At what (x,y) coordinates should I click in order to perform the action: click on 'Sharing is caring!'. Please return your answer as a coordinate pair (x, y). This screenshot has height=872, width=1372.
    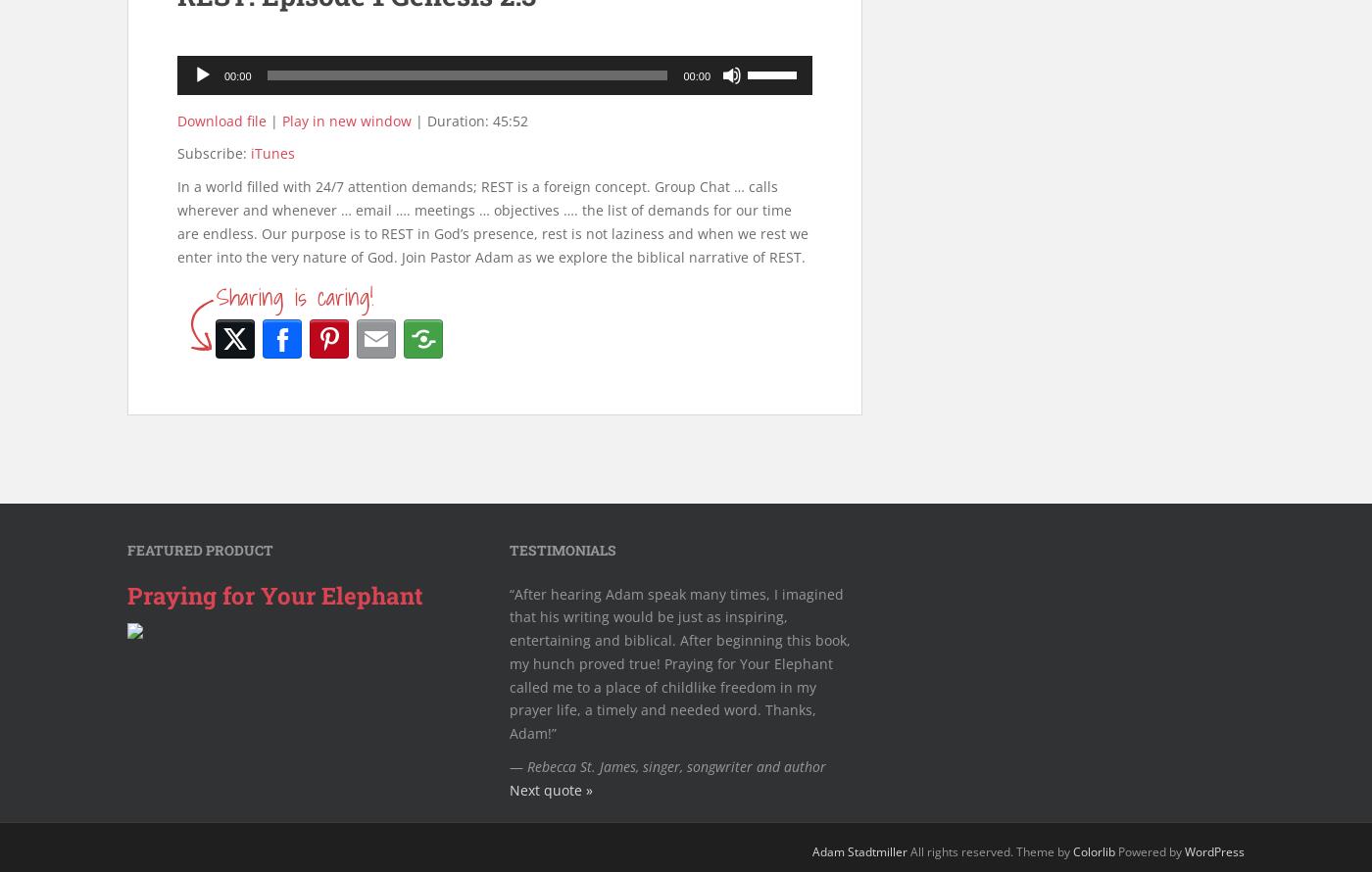
    Looking at the image, I should click on (217, 296).